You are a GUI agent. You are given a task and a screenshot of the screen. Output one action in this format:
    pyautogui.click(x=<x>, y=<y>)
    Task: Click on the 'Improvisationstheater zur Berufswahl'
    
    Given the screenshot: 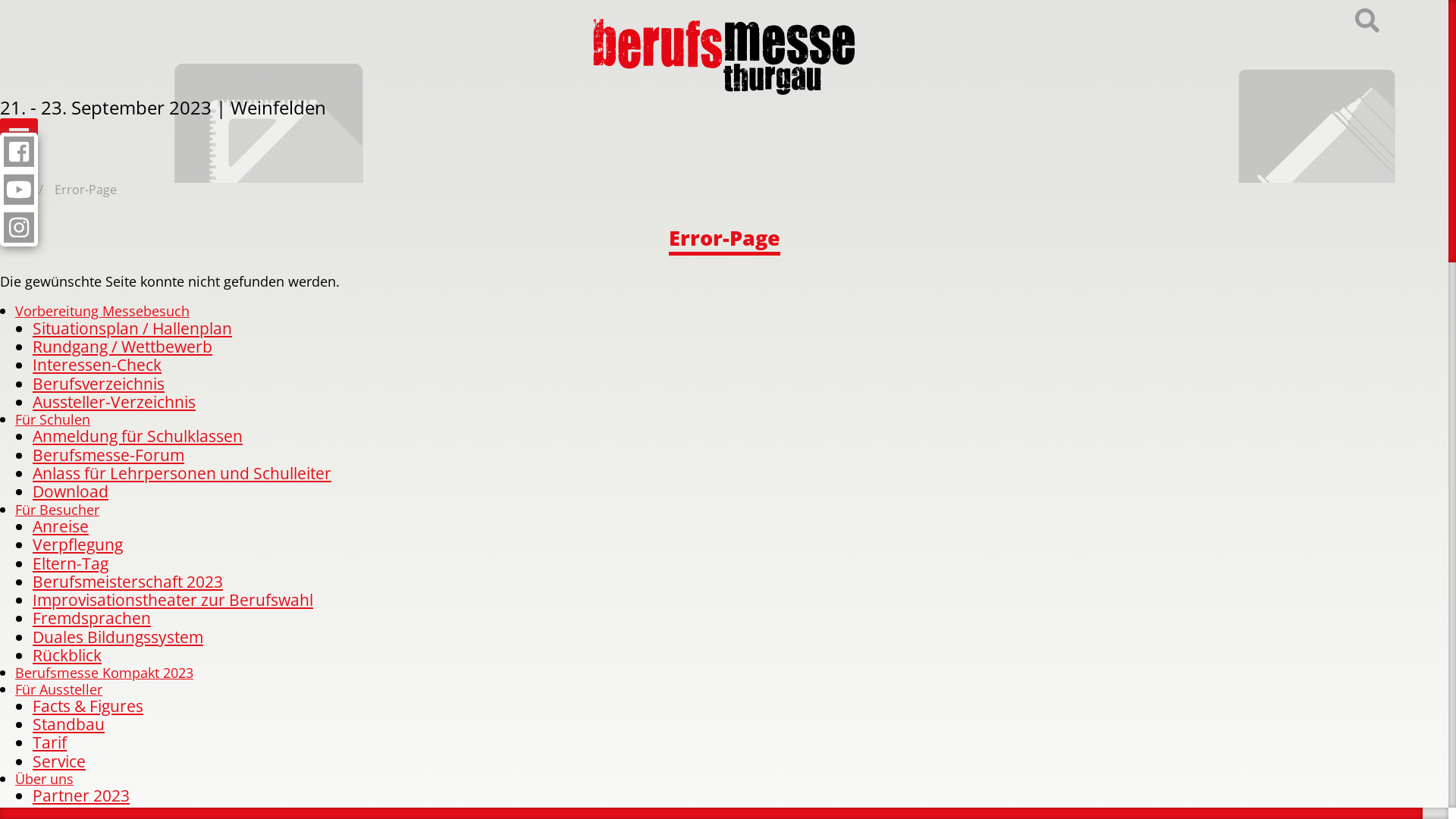 What is the action you would take?
    pyautogui.click(x=173, y=598)
    